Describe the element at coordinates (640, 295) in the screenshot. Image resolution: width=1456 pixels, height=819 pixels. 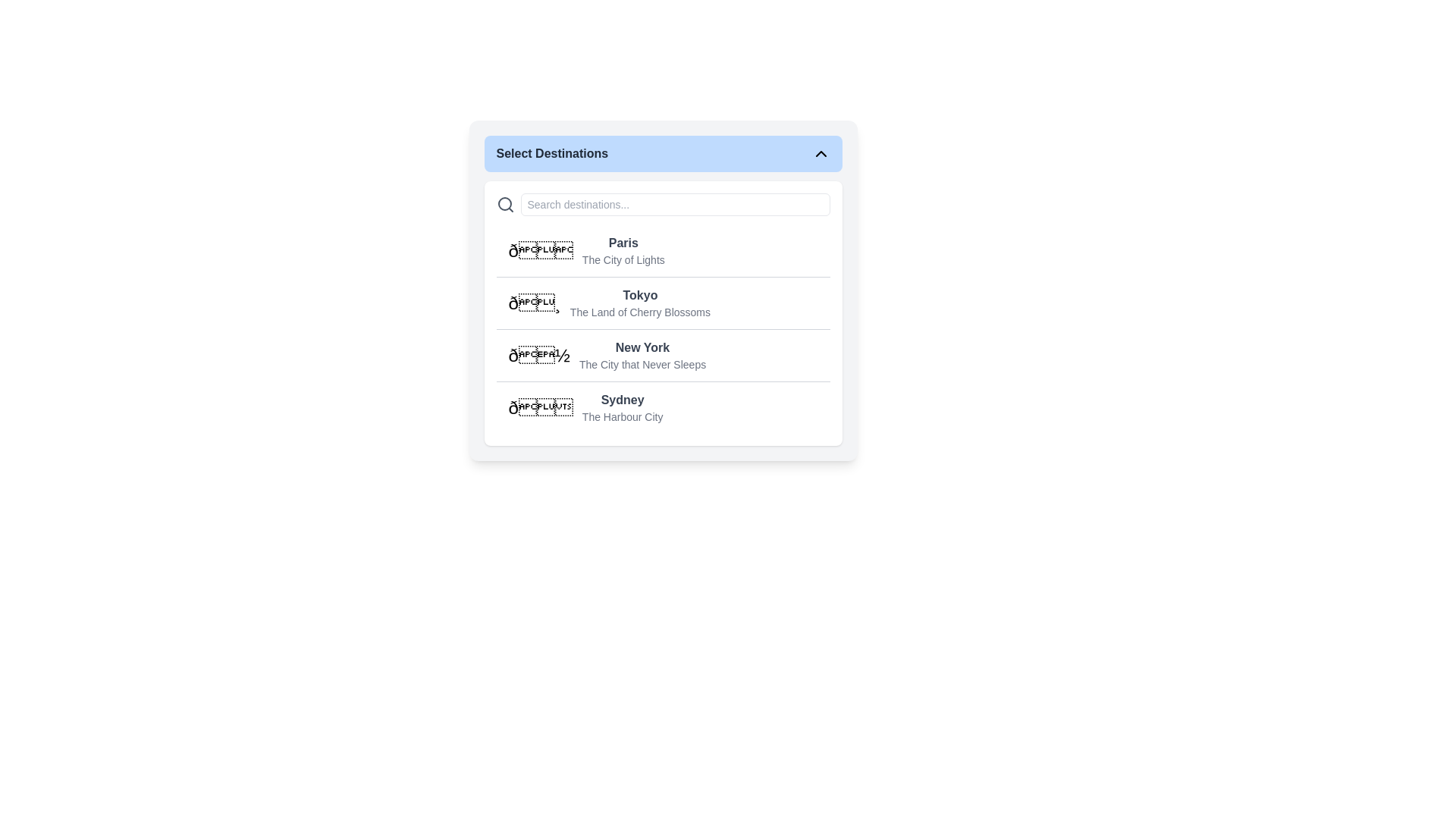
I see `the text label 'Tokyo', which is styled in bold gray font and serves as the main title in a list item within the dropdown box labeled 'Select Destinations'` at that location.